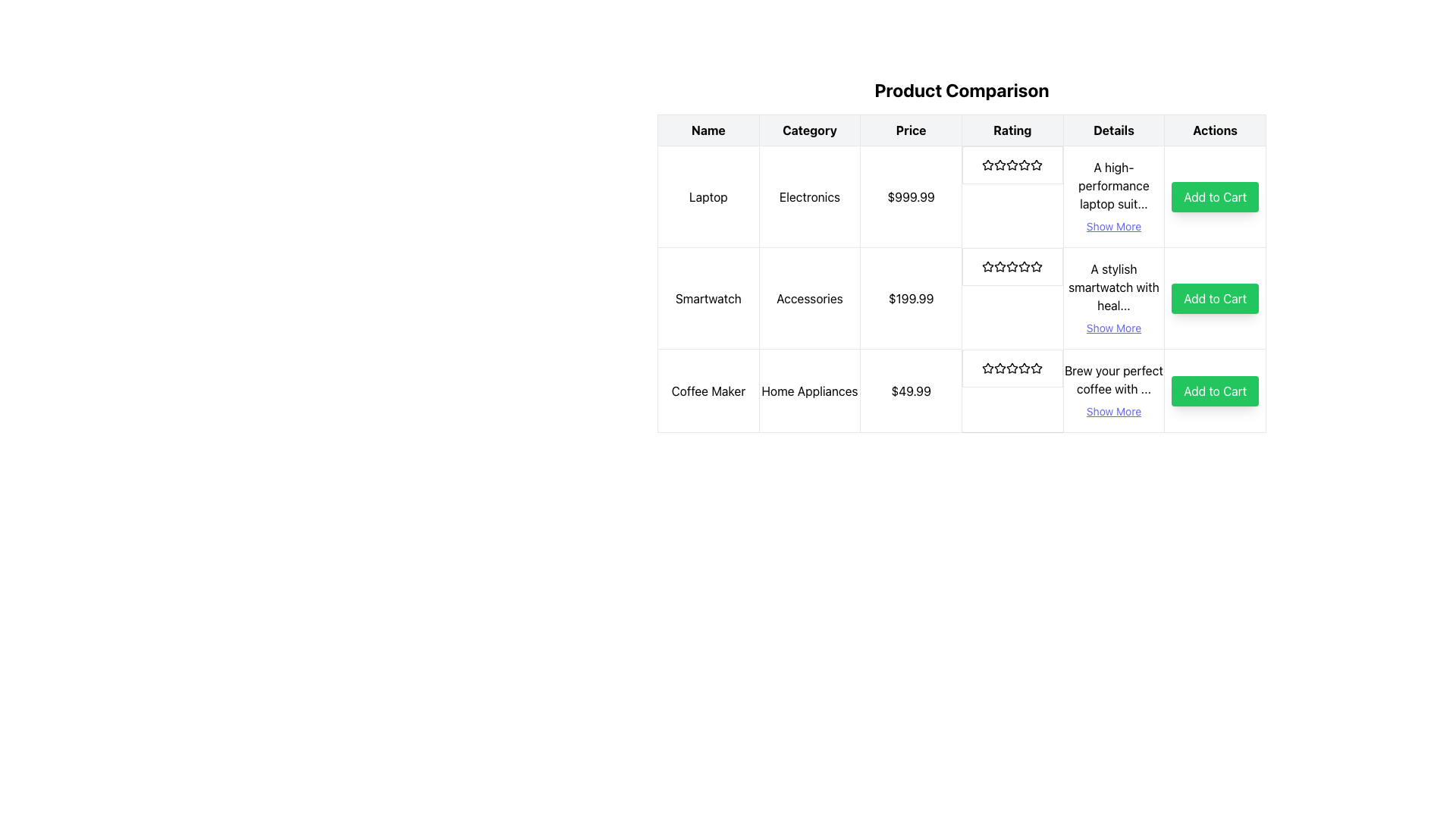  Describe the element at coordinates (1025, 265) in the screenshot. I see `the third star icon in the rating system for the 'Smartwatch' product, which is part of a row of clickable stars used for ratings` at that location.